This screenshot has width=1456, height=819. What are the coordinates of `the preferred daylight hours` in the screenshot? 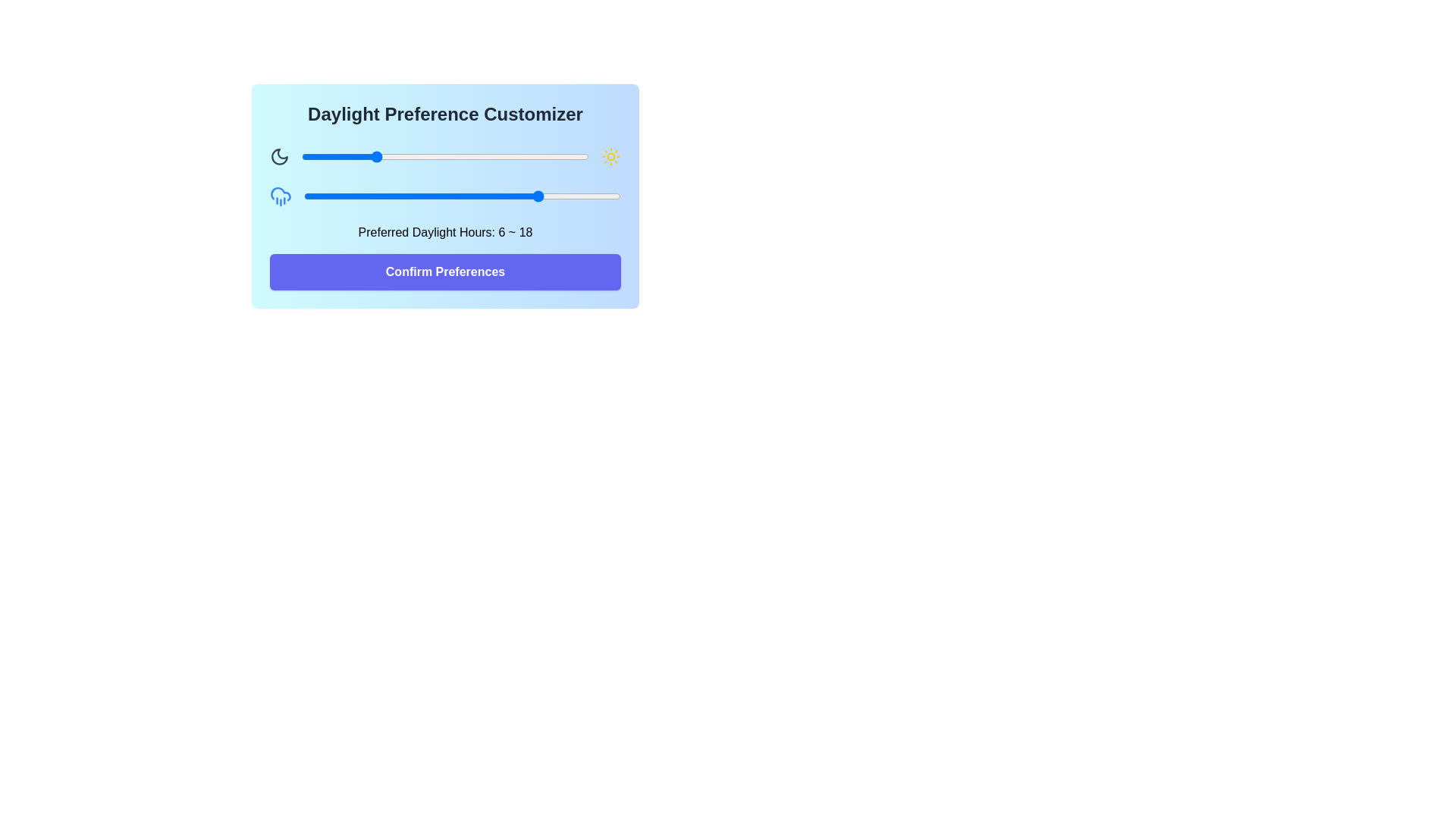 It's located at (343, 195).